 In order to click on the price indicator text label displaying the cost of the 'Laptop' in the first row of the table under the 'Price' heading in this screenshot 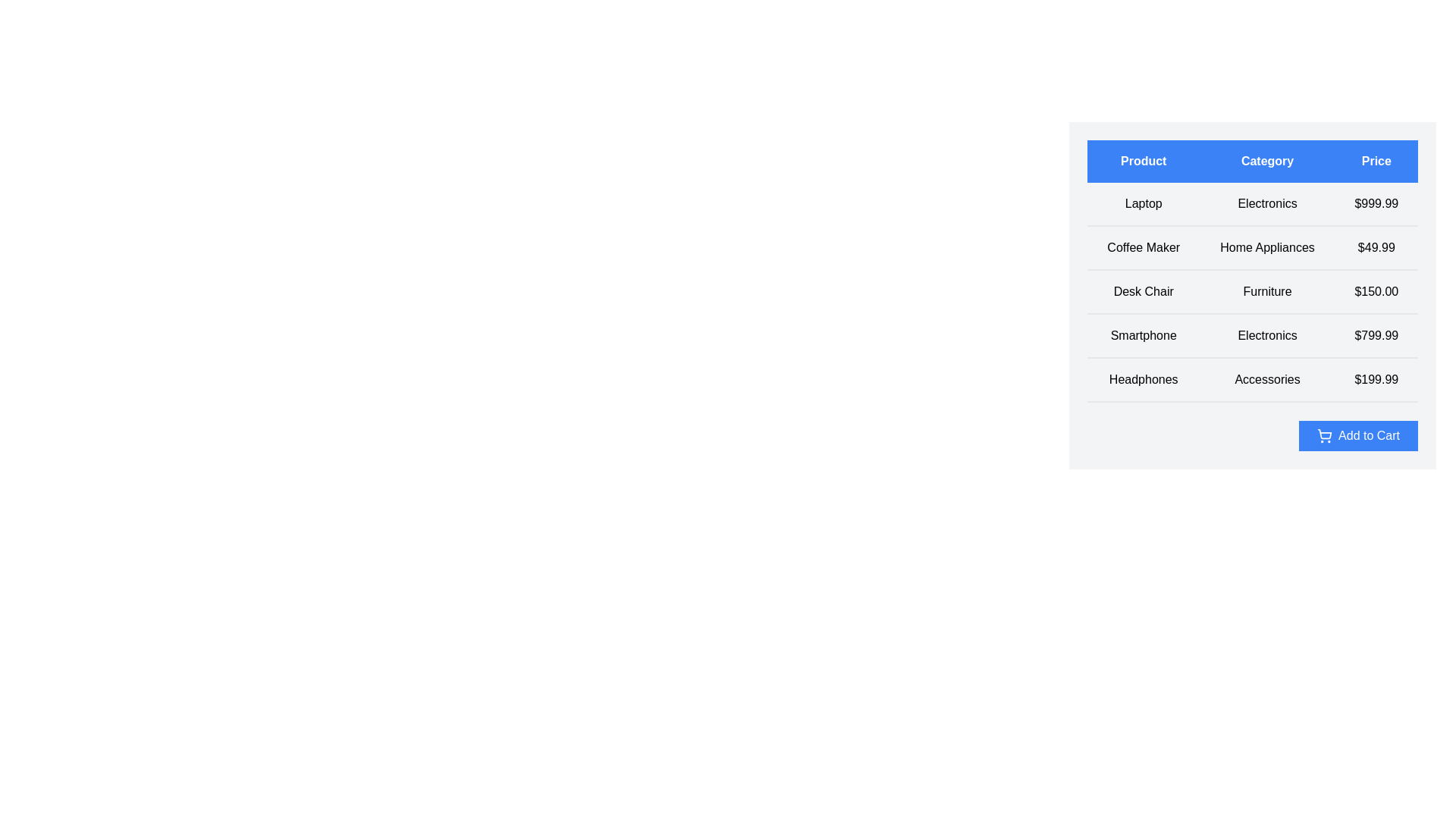, I will do `click(1376, 203)`.